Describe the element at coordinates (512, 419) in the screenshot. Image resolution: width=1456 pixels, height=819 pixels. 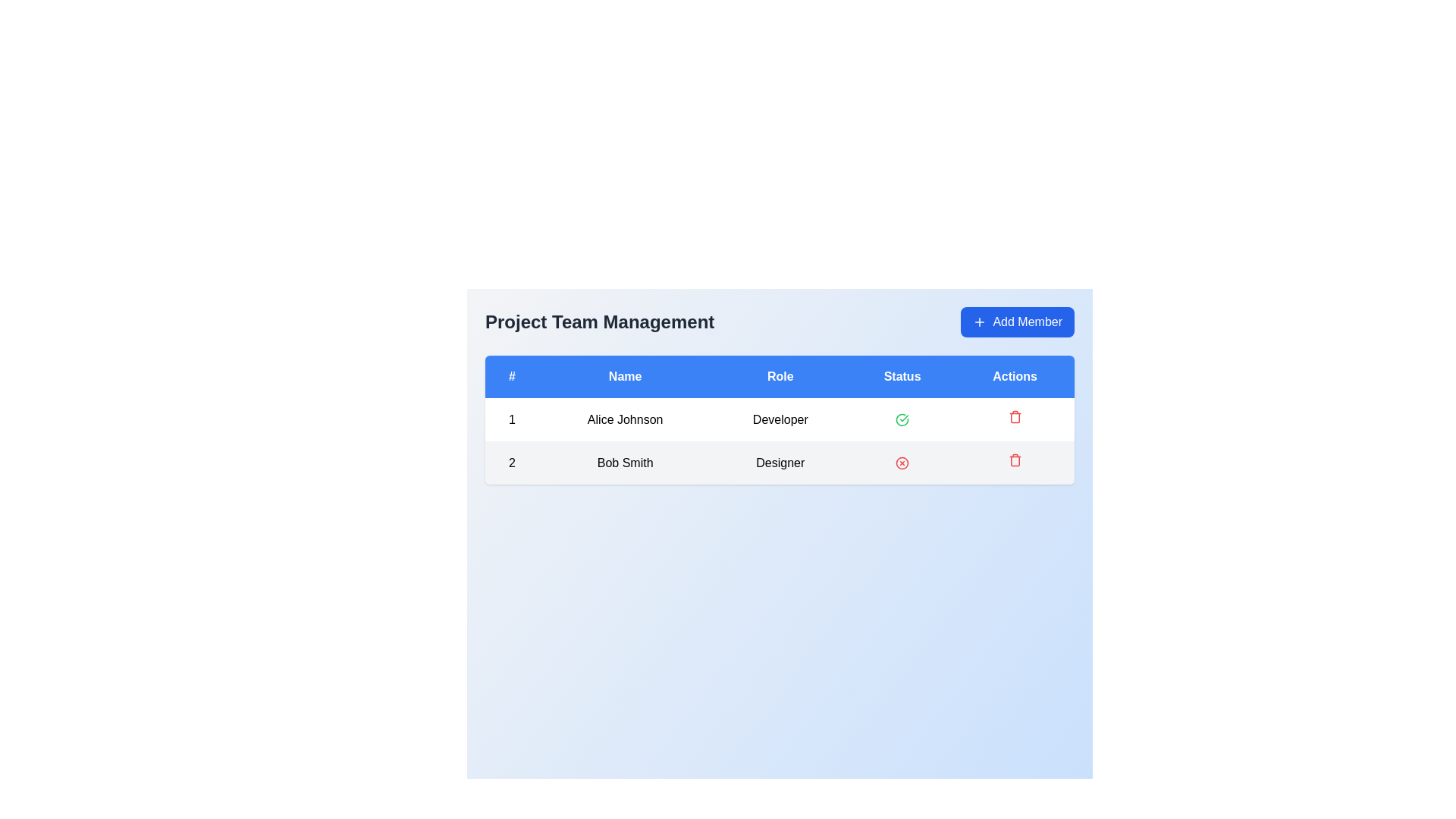
I see `displayed text from the text label in the first row of the table, which serves as an identifier for the row labeled '#'` at that location.